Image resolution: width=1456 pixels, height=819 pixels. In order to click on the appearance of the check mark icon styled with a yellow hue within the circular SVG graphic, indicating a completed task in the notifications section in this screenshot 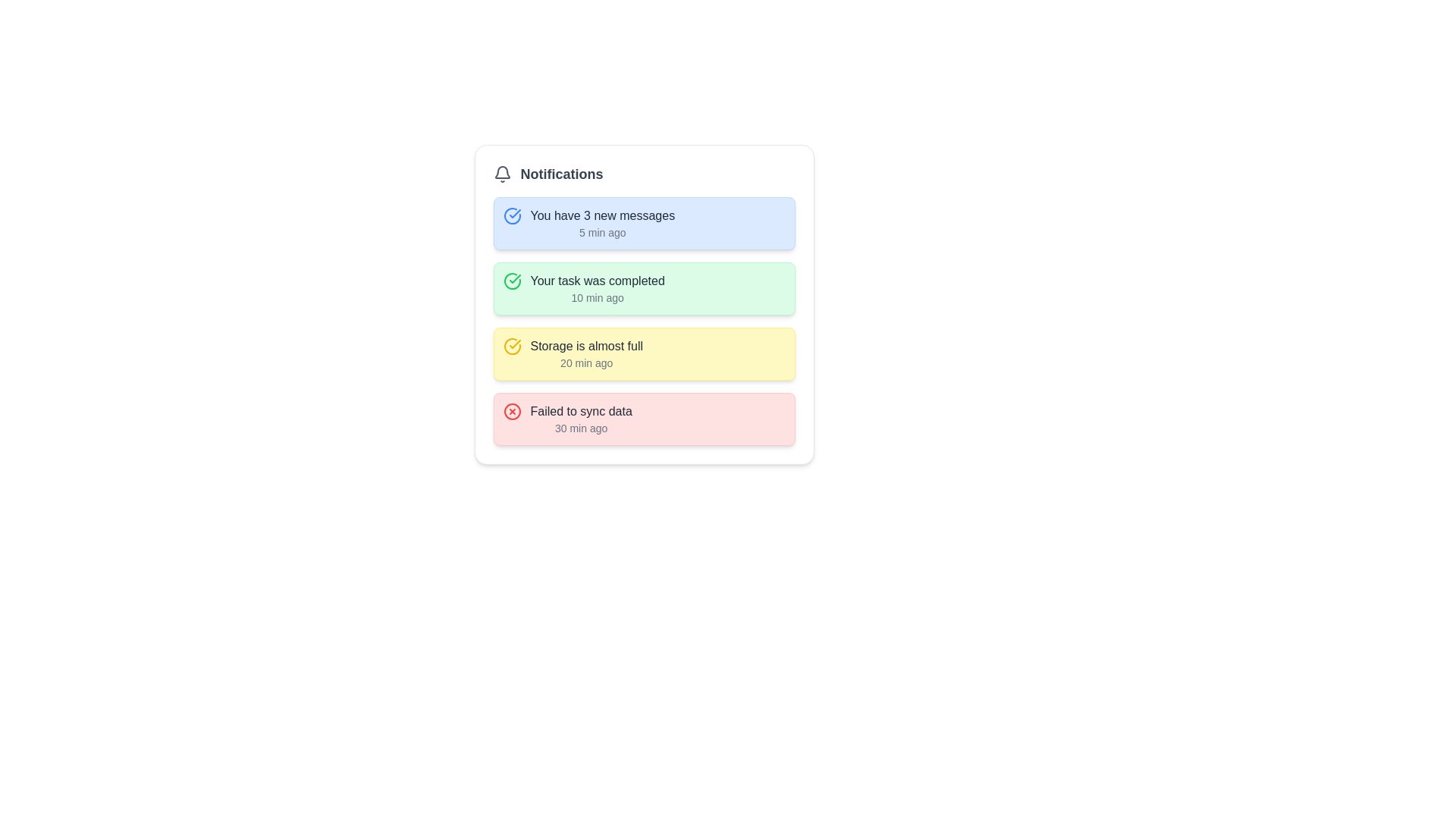, I will do `click(514, 344)`.